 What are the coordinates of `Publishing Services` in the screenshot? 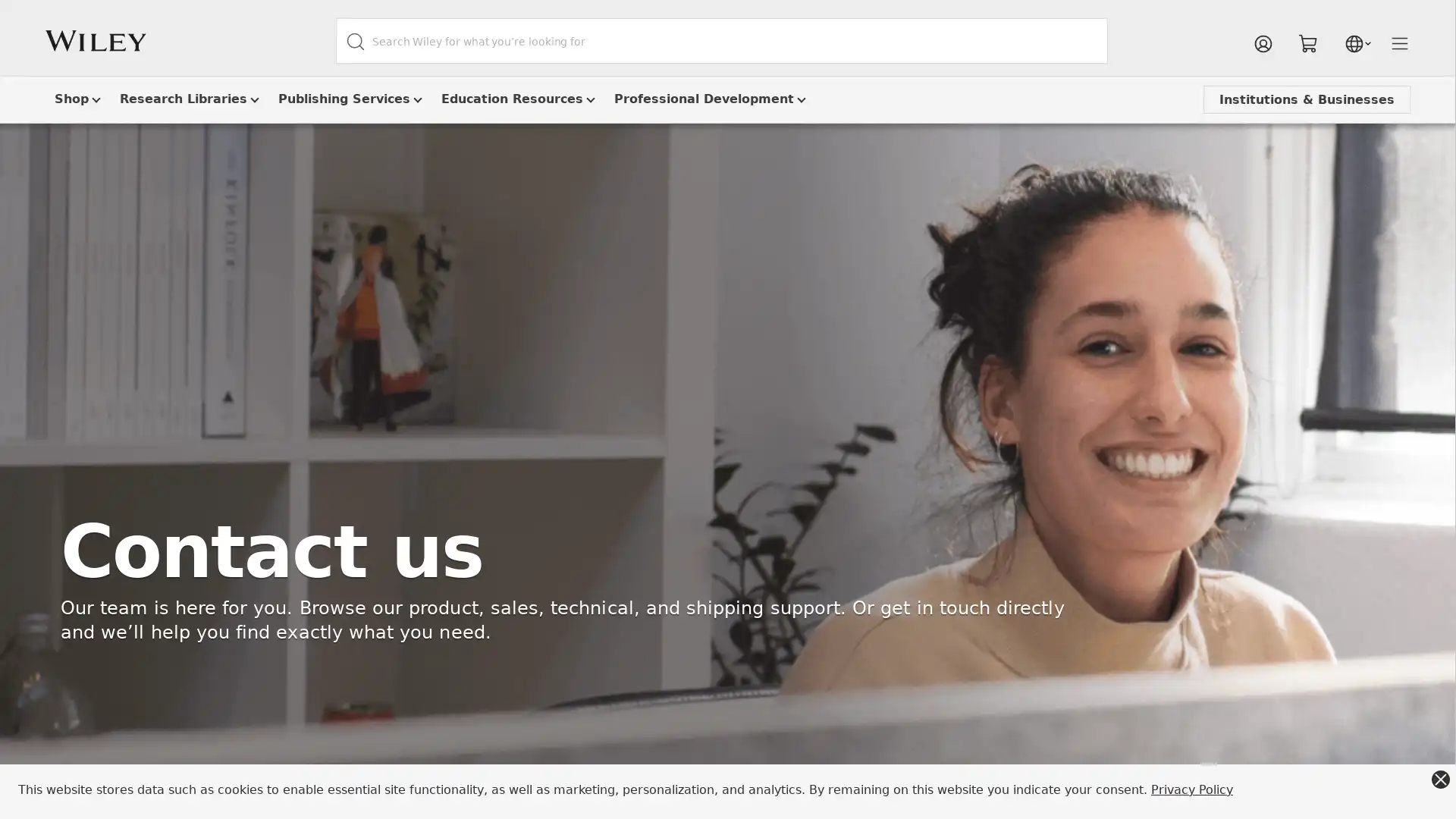 It's located at (348, 99).